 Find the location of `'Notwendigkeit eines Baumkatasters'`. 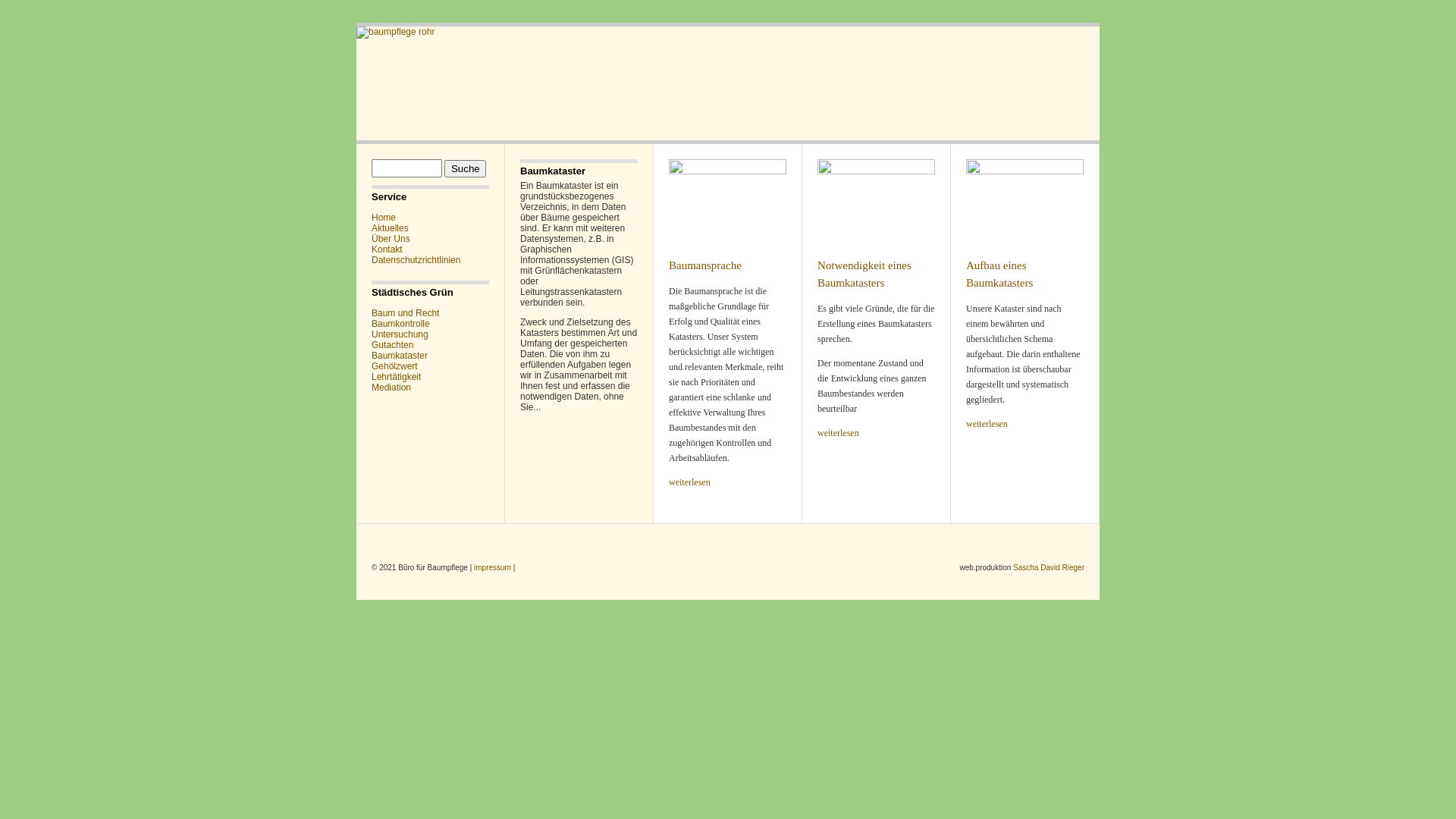

'Notwendigkeit eines Baumkatasters' is located at coordinates (817, 274).